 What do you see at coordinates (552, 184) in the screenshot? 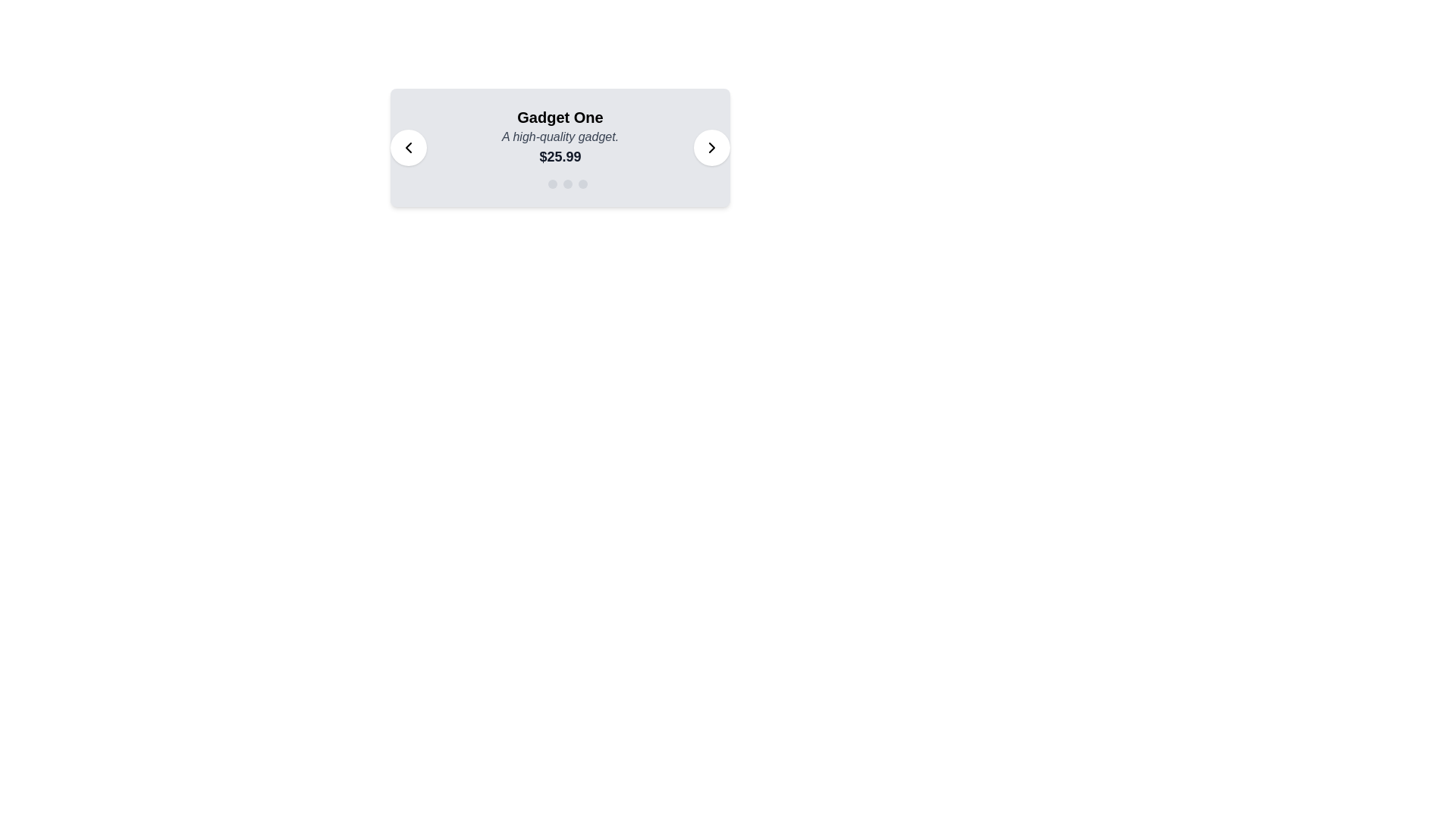
I see `the small light gray circular Indicator Dot, which is the second in a horizontal sequence of four navigation dots` at bounding box center [552, 184].